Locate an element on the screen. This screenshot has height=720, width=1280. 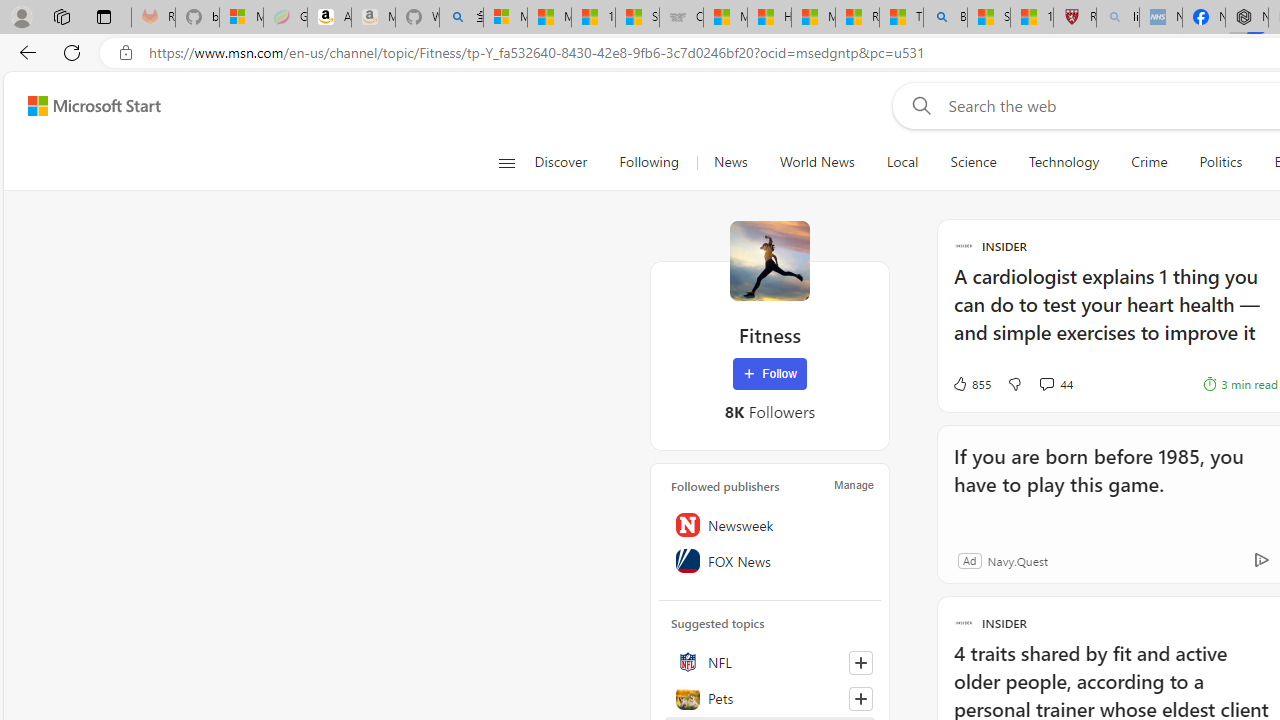
'World News' is located at coordinates (816, 162).